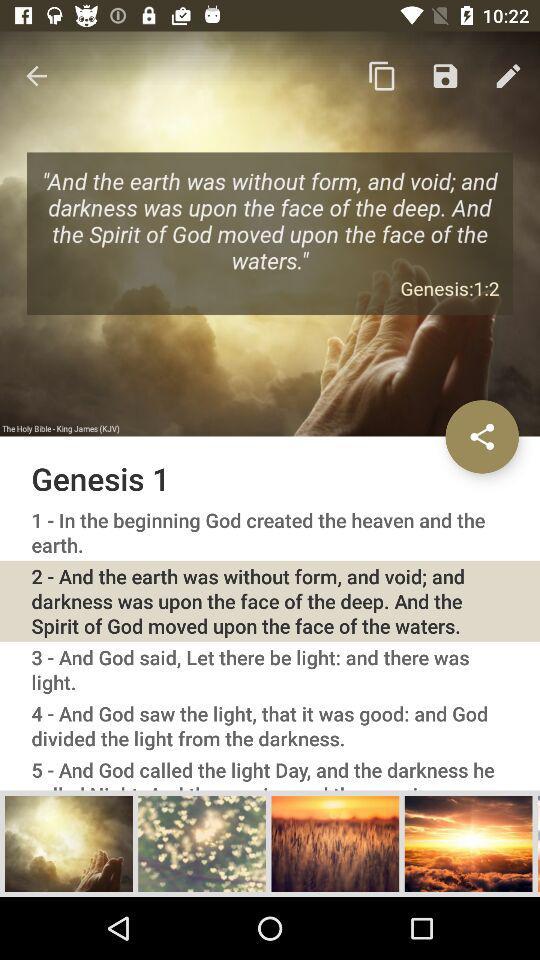 This screenshot has height=960, width=540. Describe the element at coordinates (270, 478) in the screenshot. I see `genesis 1 icon` at that location.